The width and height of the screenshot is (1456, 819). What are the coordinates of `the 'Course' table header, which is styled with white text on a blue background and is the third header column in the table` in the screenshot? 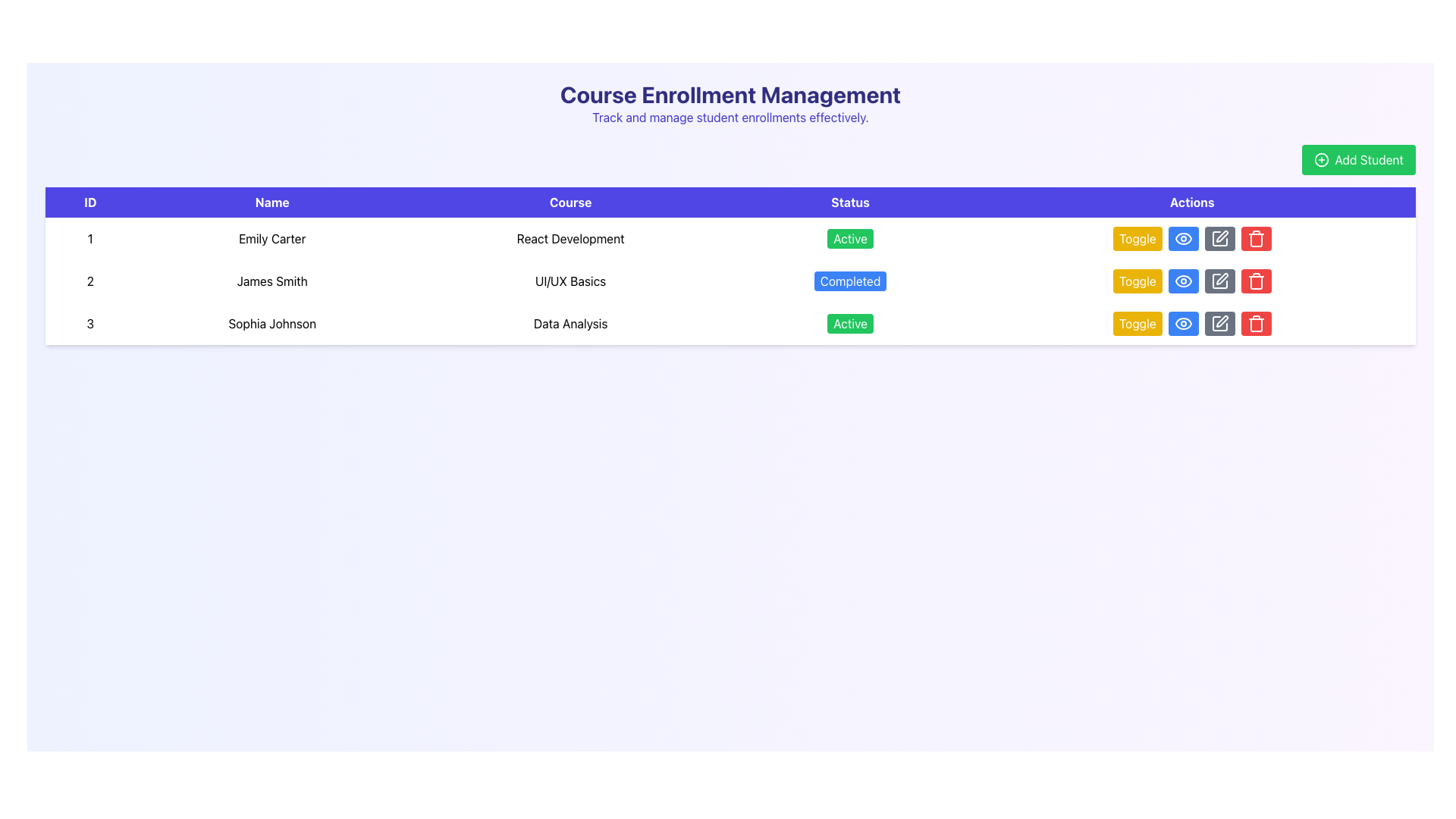 It's located at (570, 201).